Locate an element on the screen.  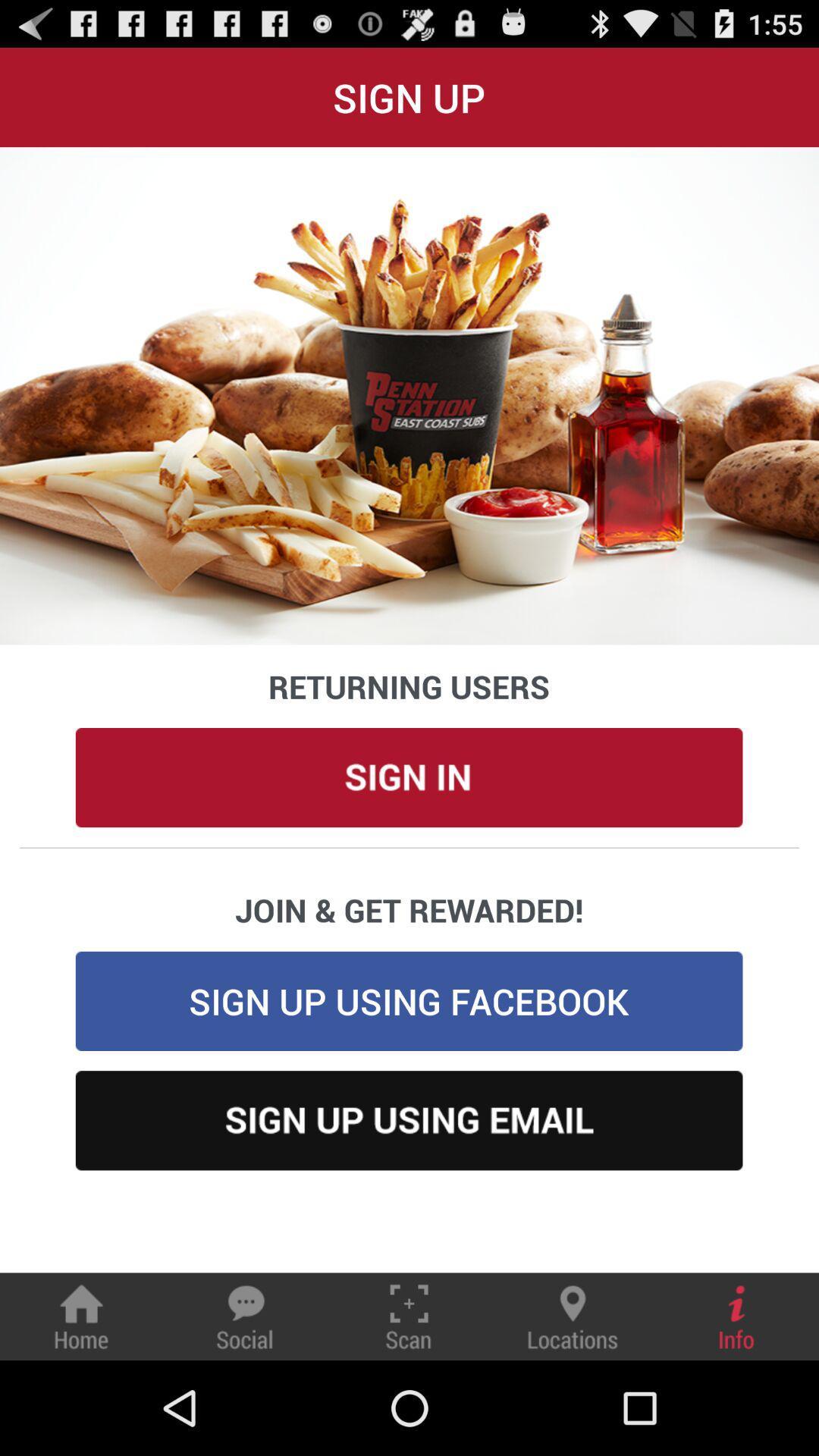
sign up using email is located at coordinates (409, 1121).